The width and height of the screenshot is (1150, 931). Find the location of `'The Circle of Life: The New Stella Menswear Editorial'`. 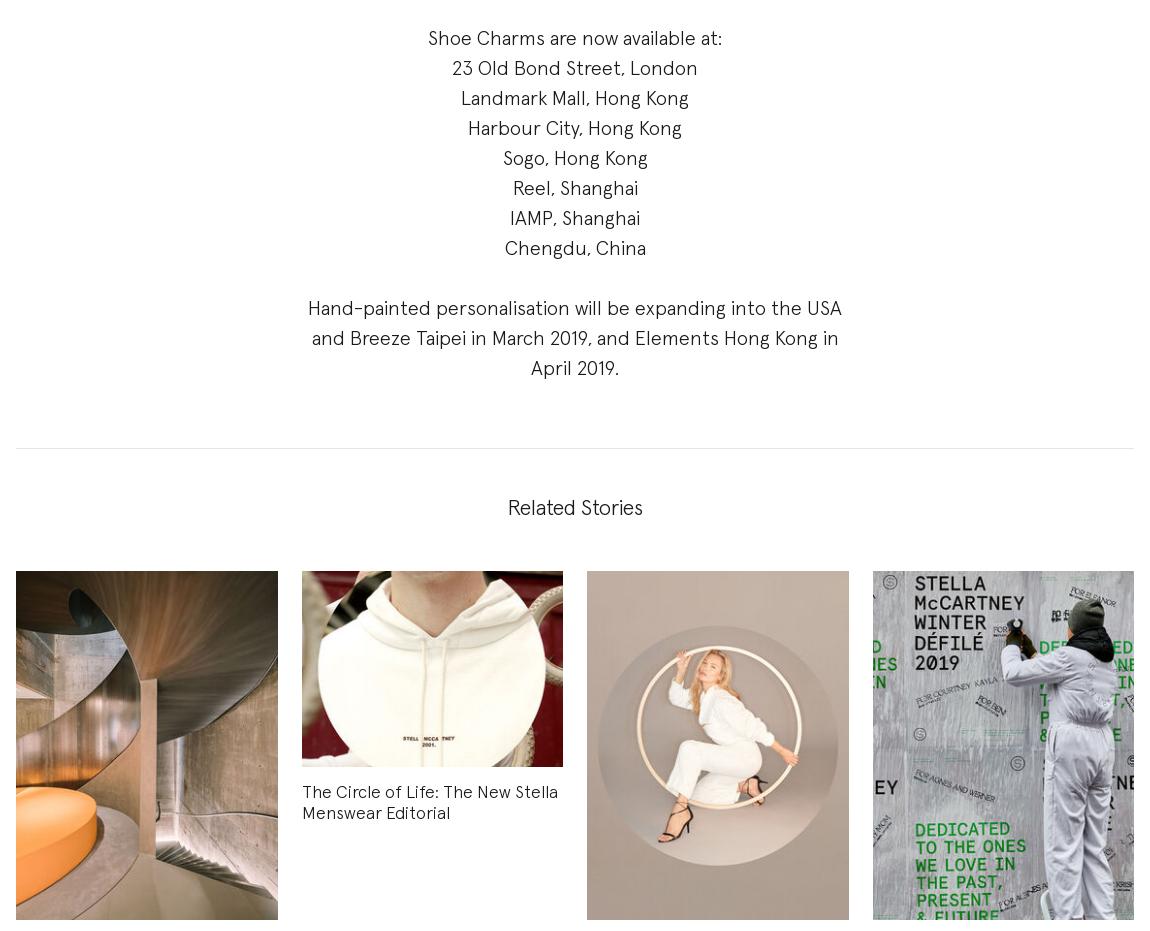

'The Circle of Life: The New Stella Menswear Editorial' is located at coordinates (300, 802).